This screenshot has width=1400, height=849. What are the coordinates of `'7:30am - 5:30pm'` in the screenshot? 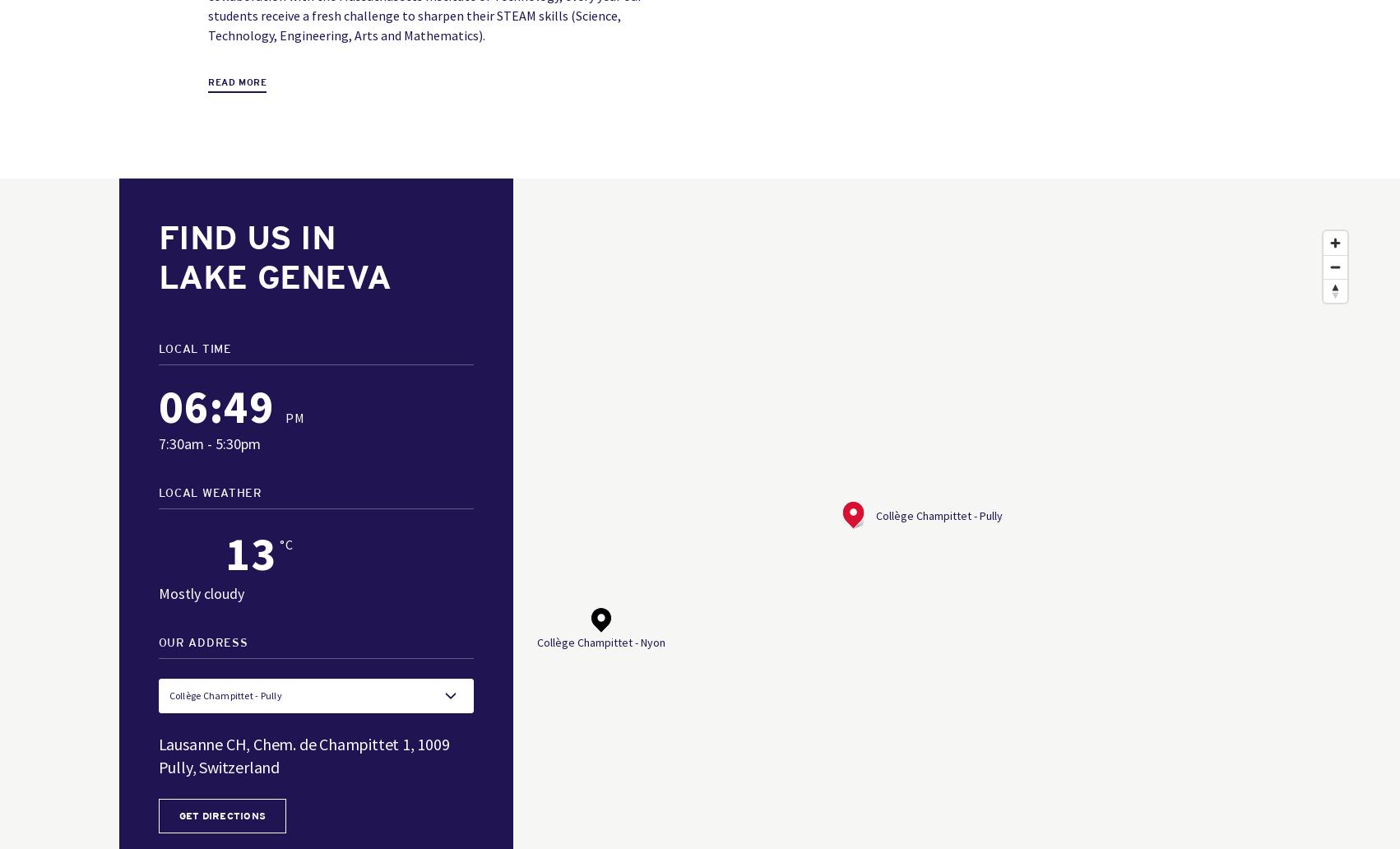 It's located at (207, 443).